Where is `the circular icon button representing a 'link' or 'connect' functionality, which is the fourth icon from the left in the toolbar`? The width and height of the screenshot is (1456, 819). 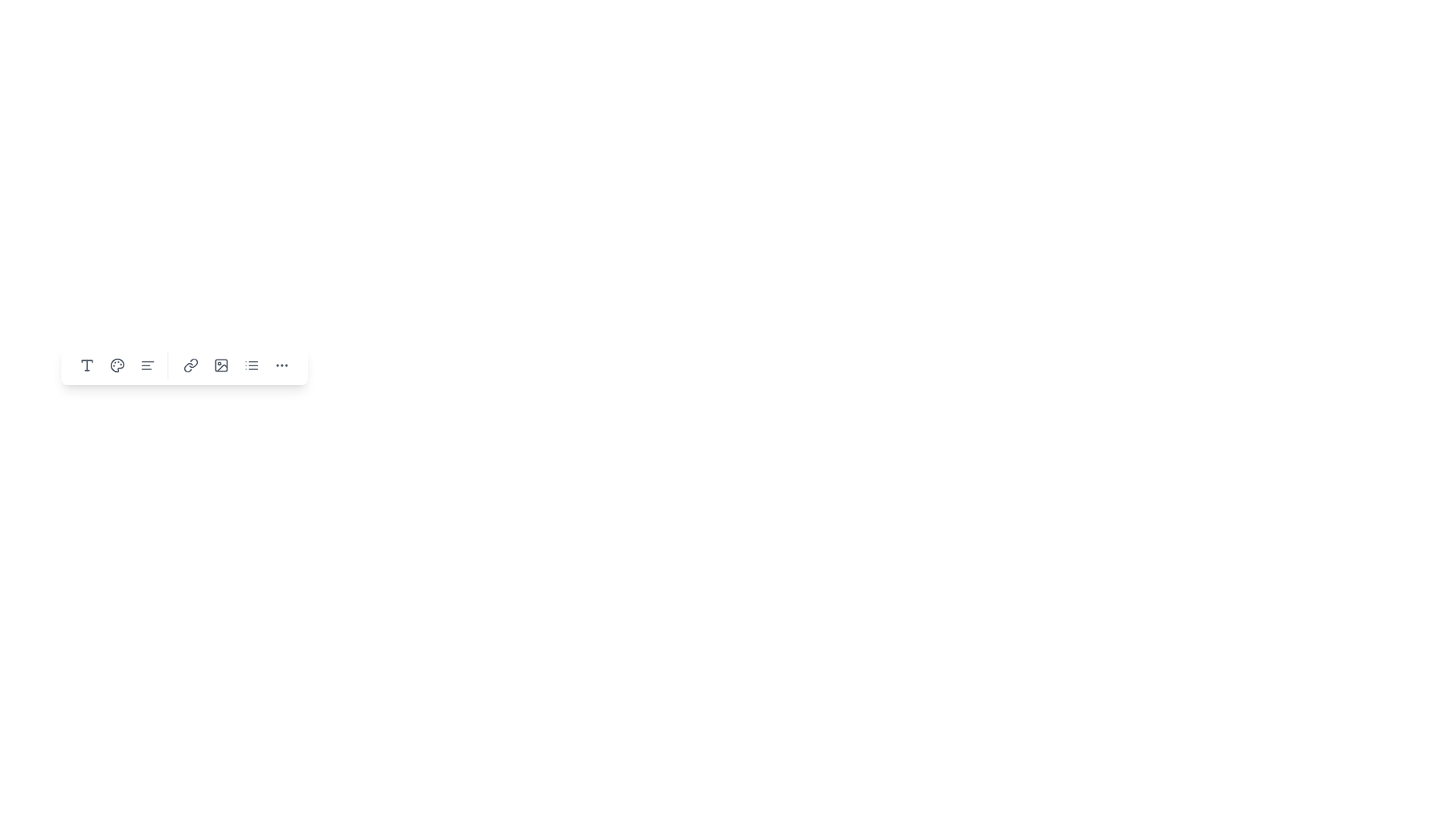
the circular icon button representing a 'link' or 'connect' functionality, which is the fourth icon from the left in the toolbar is located at coordinates (184, 366).